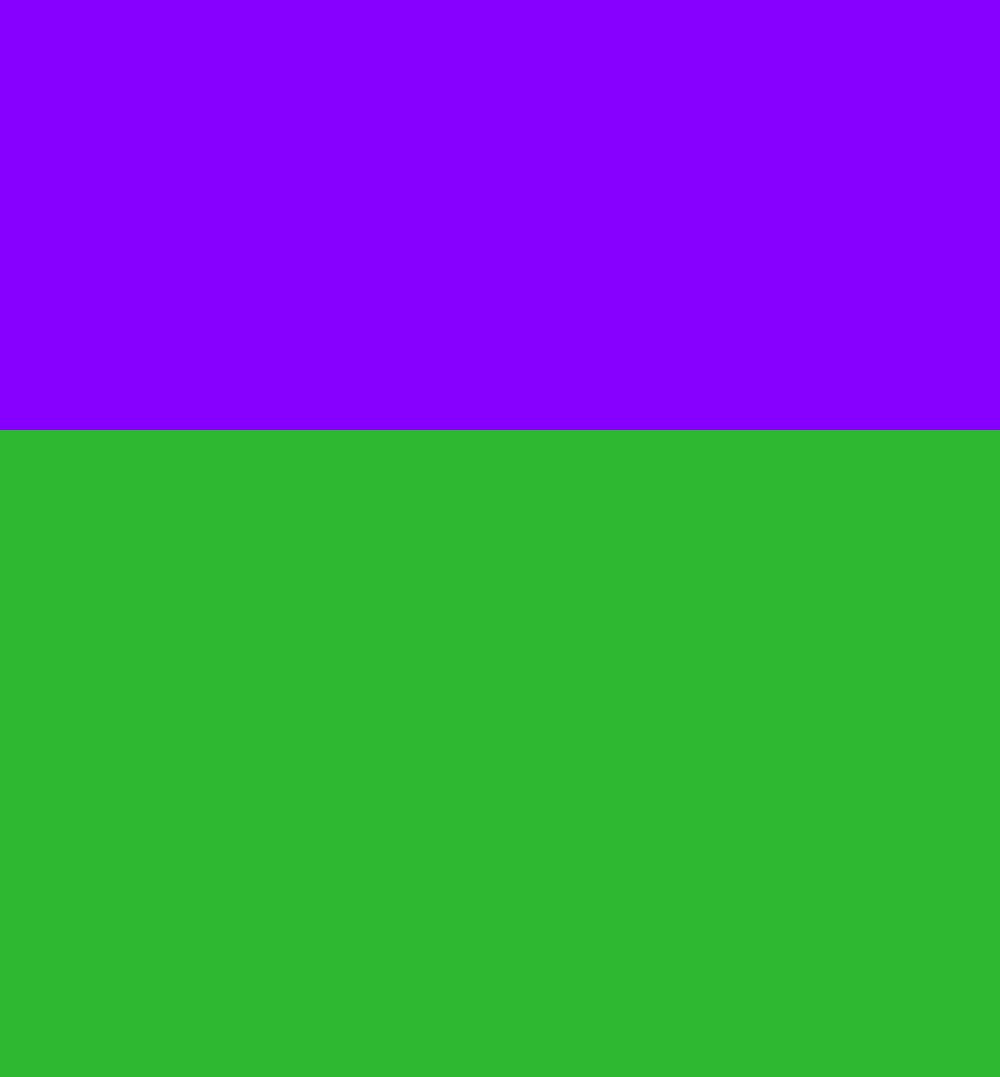 The width and height of the screenshot is (1000, 1077). Describe the element at coordinates (92, 746) in the screenshot. I see `'Security'` at that location.